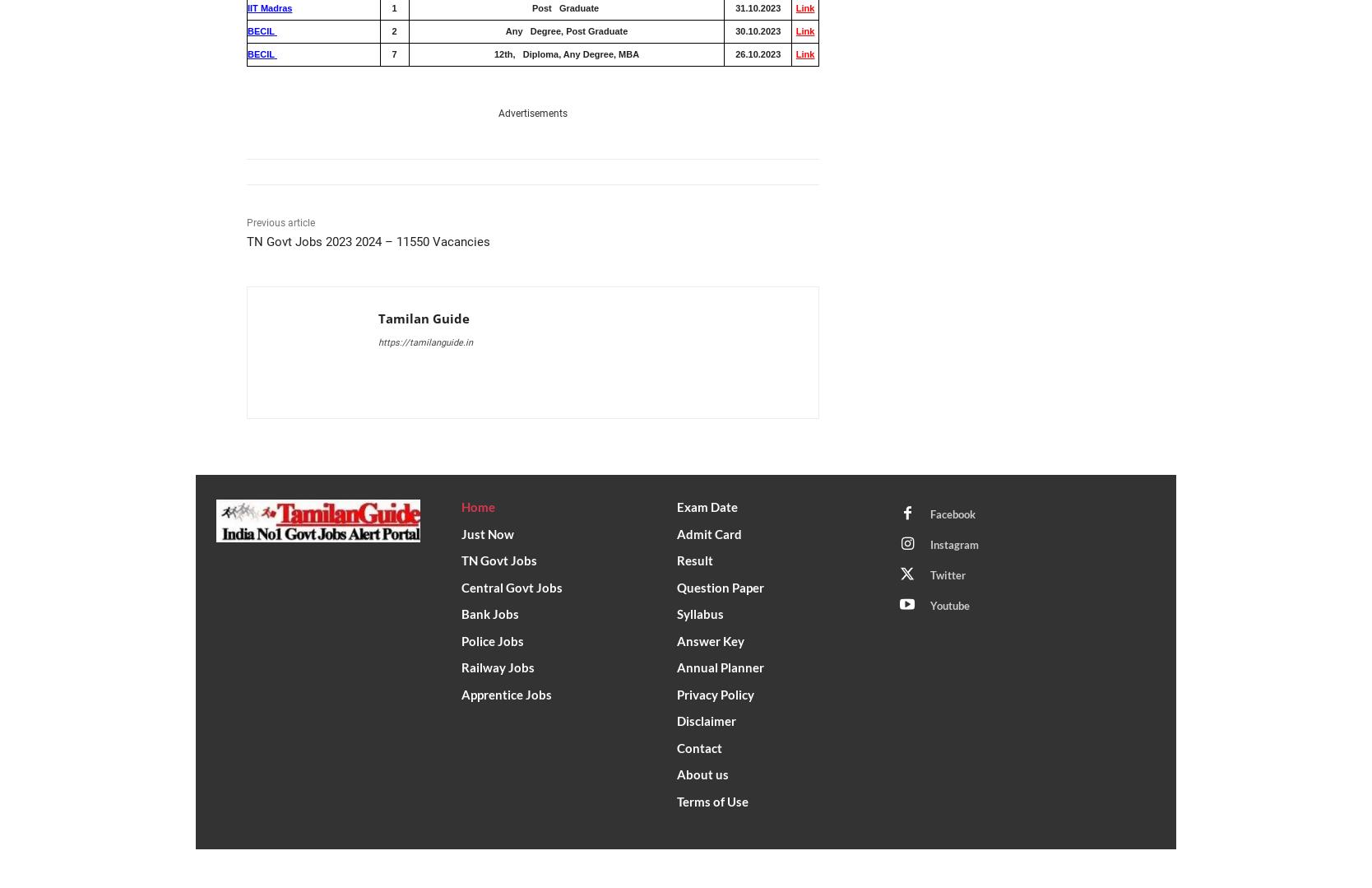 The height and width of the screenshot is (888, 1372). I want to click on 'Question Paper', so click(721, 586).